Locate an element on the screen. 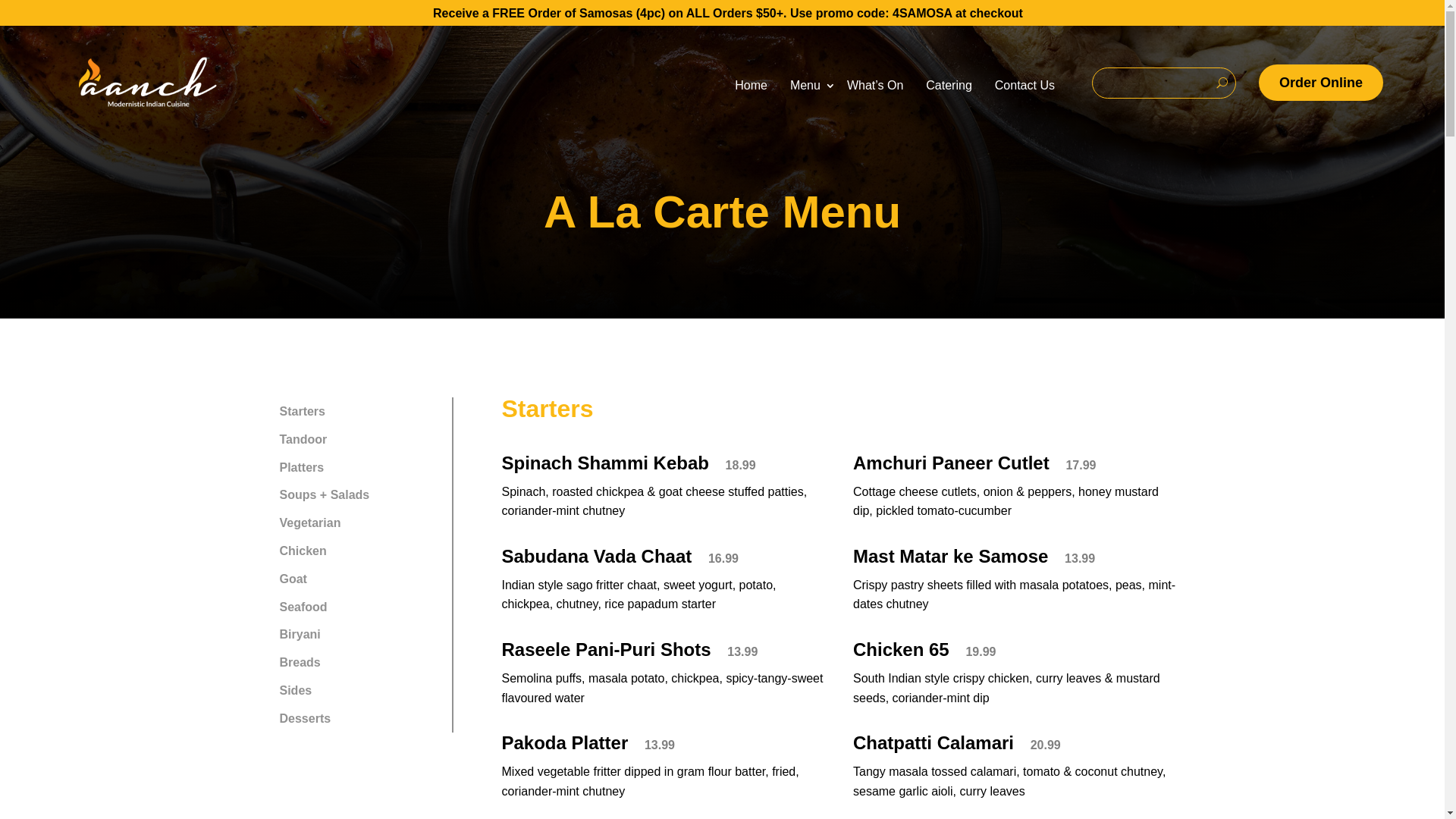  'Sides' is located at coordinates (359, 690).